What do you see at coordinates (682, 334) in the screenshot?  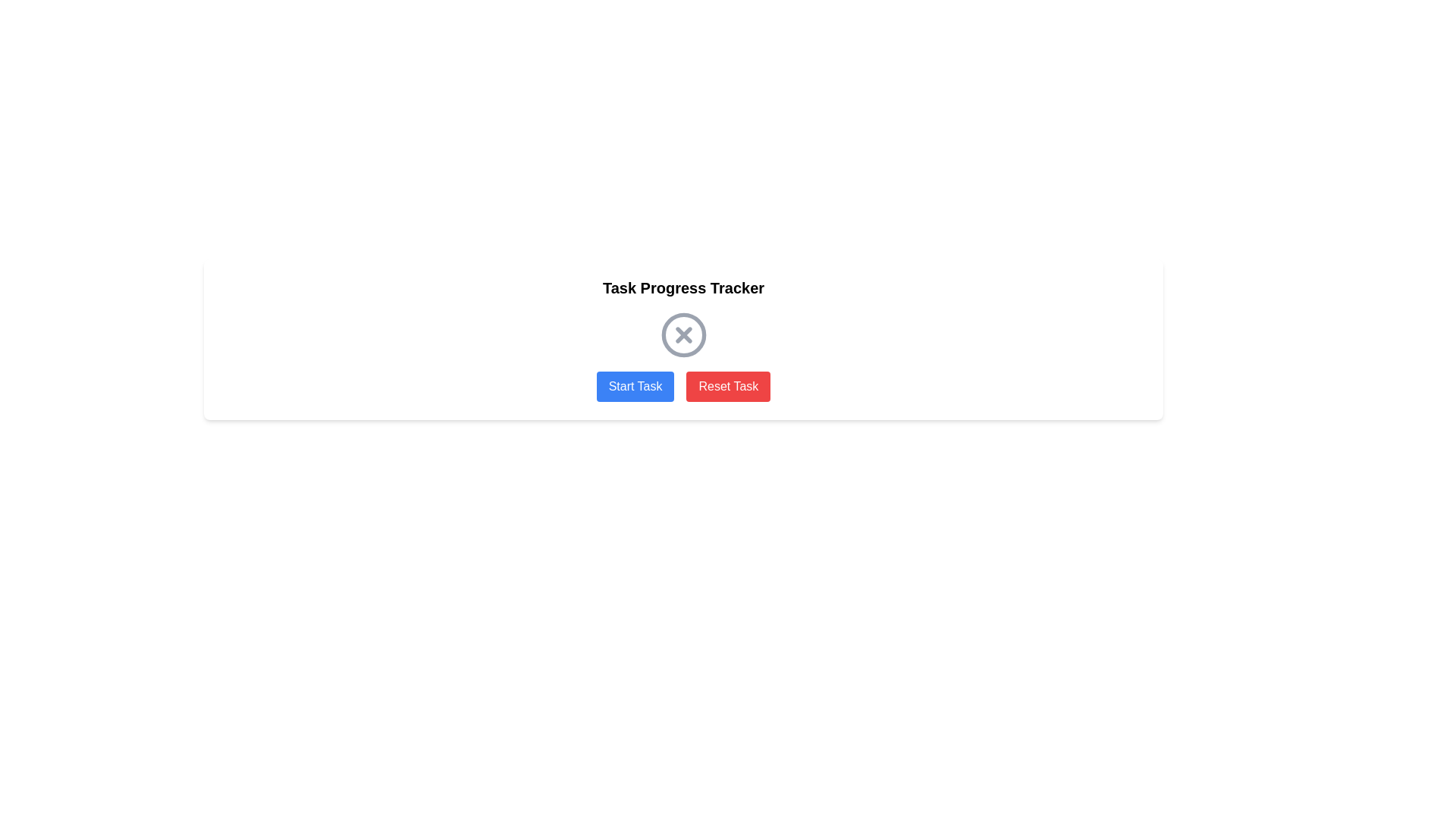 I see `the circular 'X' icon indicating a 'cancel' operation, which is positioned below the 'Task Progress Tracker' text and above the 'Start Task' and 'Reset Task' buttons` at bounding box center [682, 334].